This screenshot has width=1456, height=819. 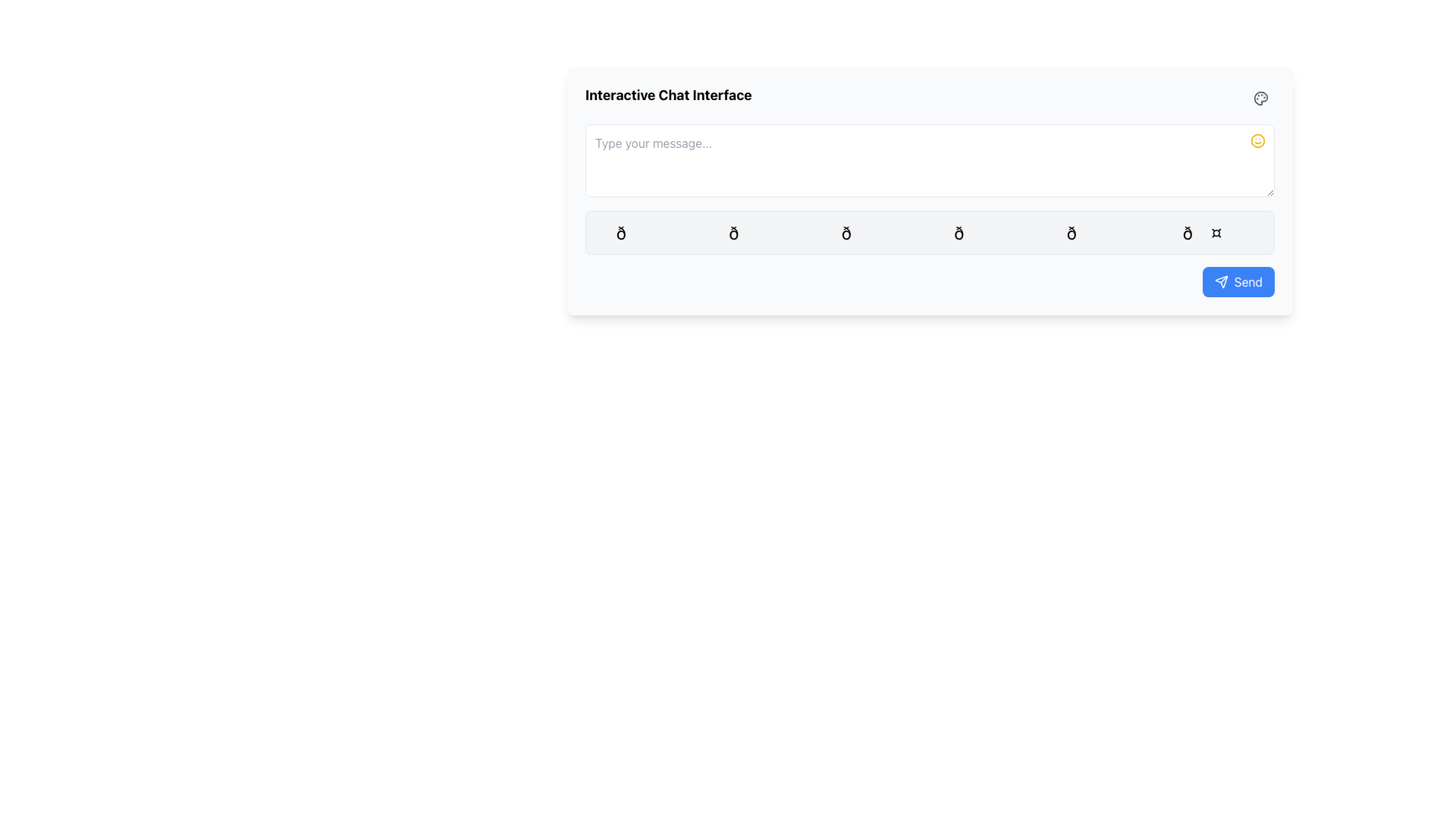 What do you see at coordinates (1099, 233) in the screenshot?
I see `the fifth emoji button in the horizontal group of six stylized emoji icons` at bounding box center [1099, 233].